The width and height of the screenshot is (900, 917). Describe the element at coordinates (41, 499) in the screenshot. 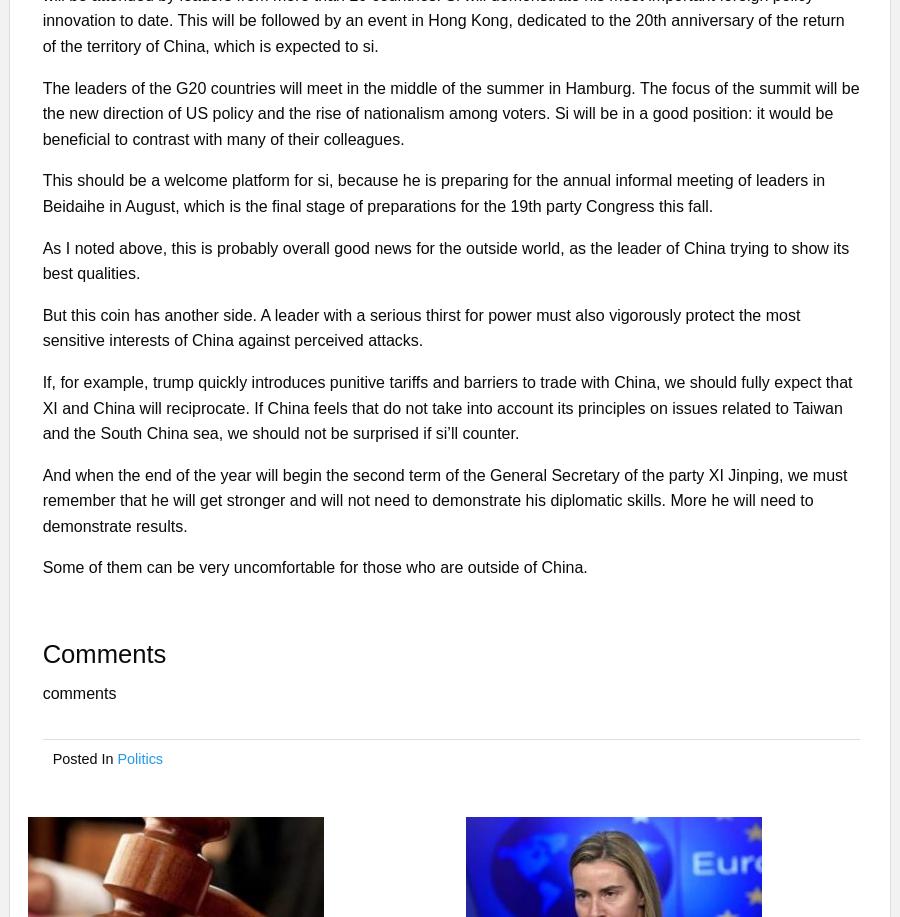

I see `'And when the end of the year will begin the second term of the General Secretary of the party XI Jinping, we must remember that he will get stronger and will not need to demonstrate his diplomatic skills. More he will need to demonstrate results.'` at that location.